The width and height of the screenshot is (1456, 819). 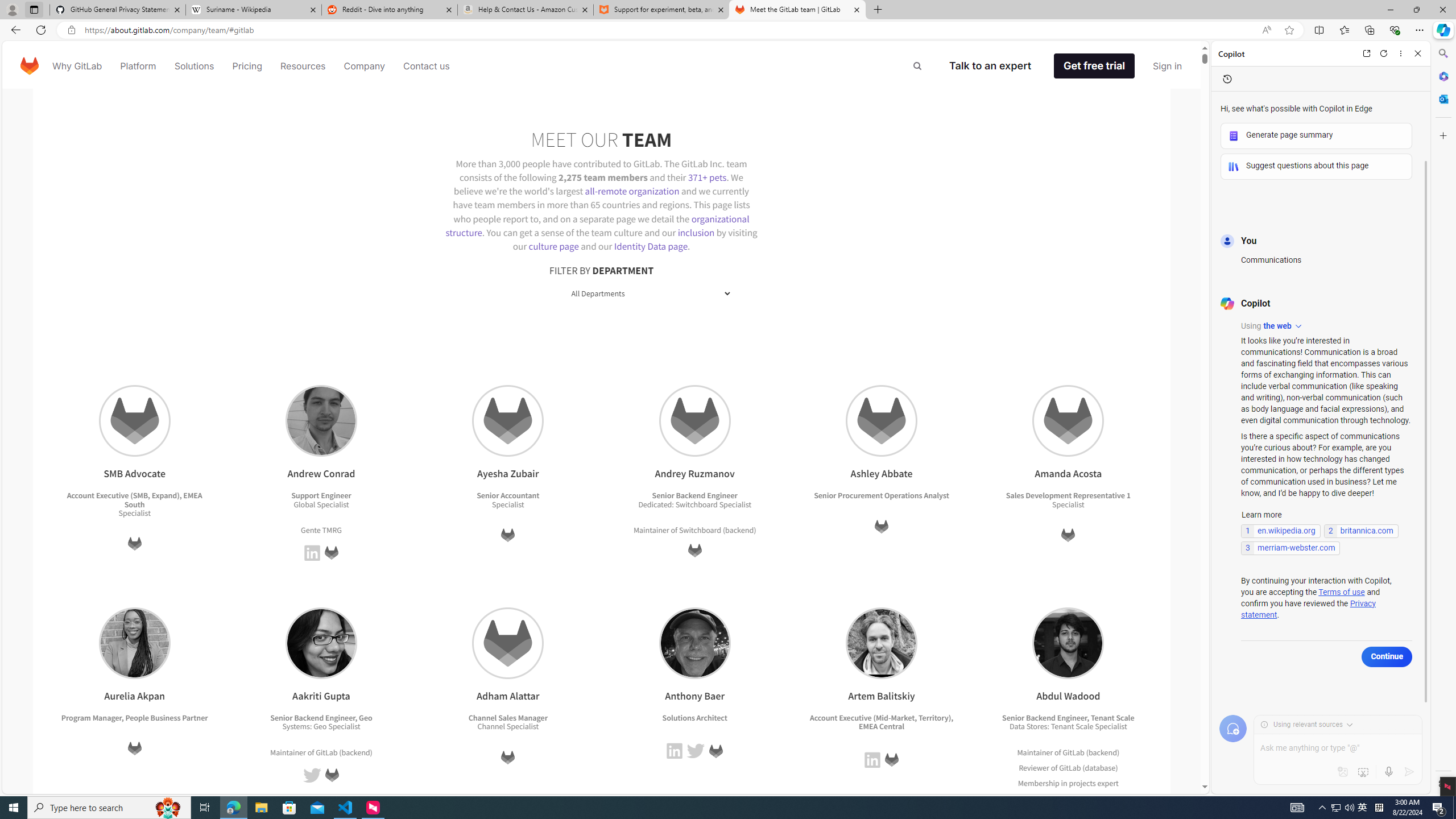 What do you see at coordinates (881, 495) in the screenshot?
I see `'Senior Procurement Operations Analyst'` at bounding box center [881, 495].